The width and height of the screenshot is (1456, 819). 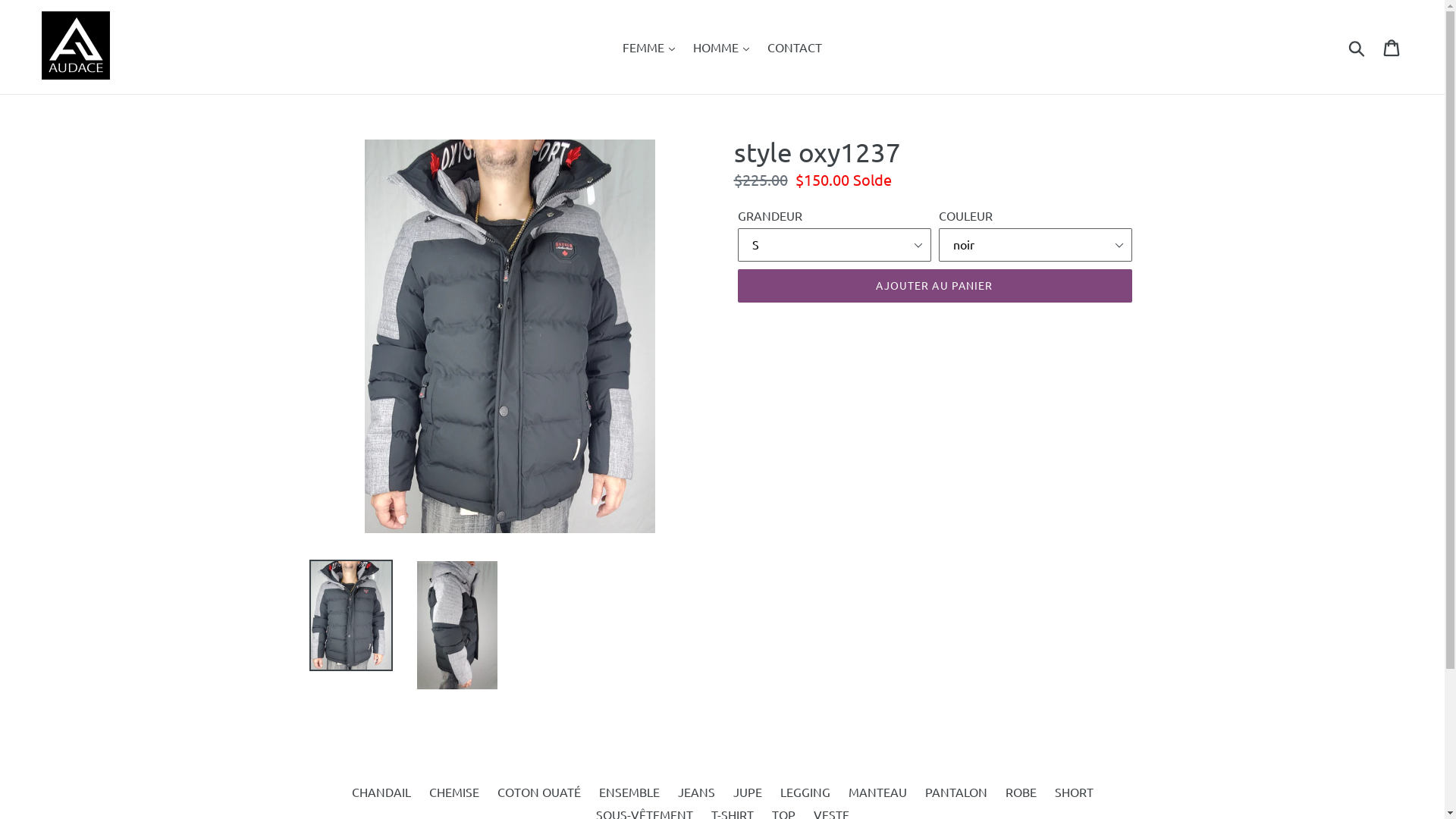 What do you see at coordinates (877, 791) in the screenshot?
I see `'MANTEAU'` at bounding box center [877, 791].